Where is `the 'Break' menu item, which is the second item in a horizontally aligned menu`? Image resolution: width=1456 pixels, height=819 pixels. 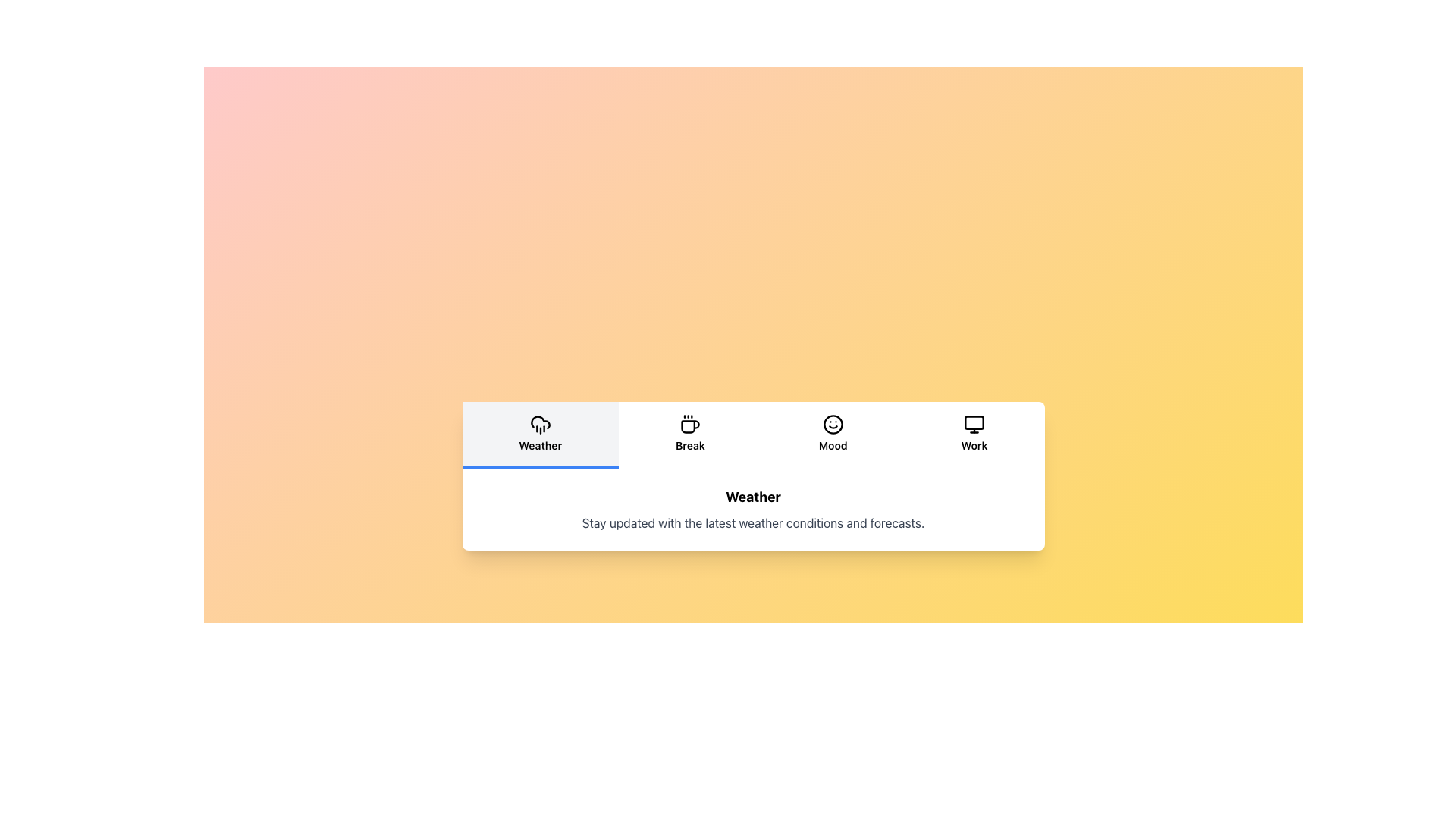
the 'Break' menu item, which is the second item in a horizontally aligned menu is located at coordinates (689, 433).